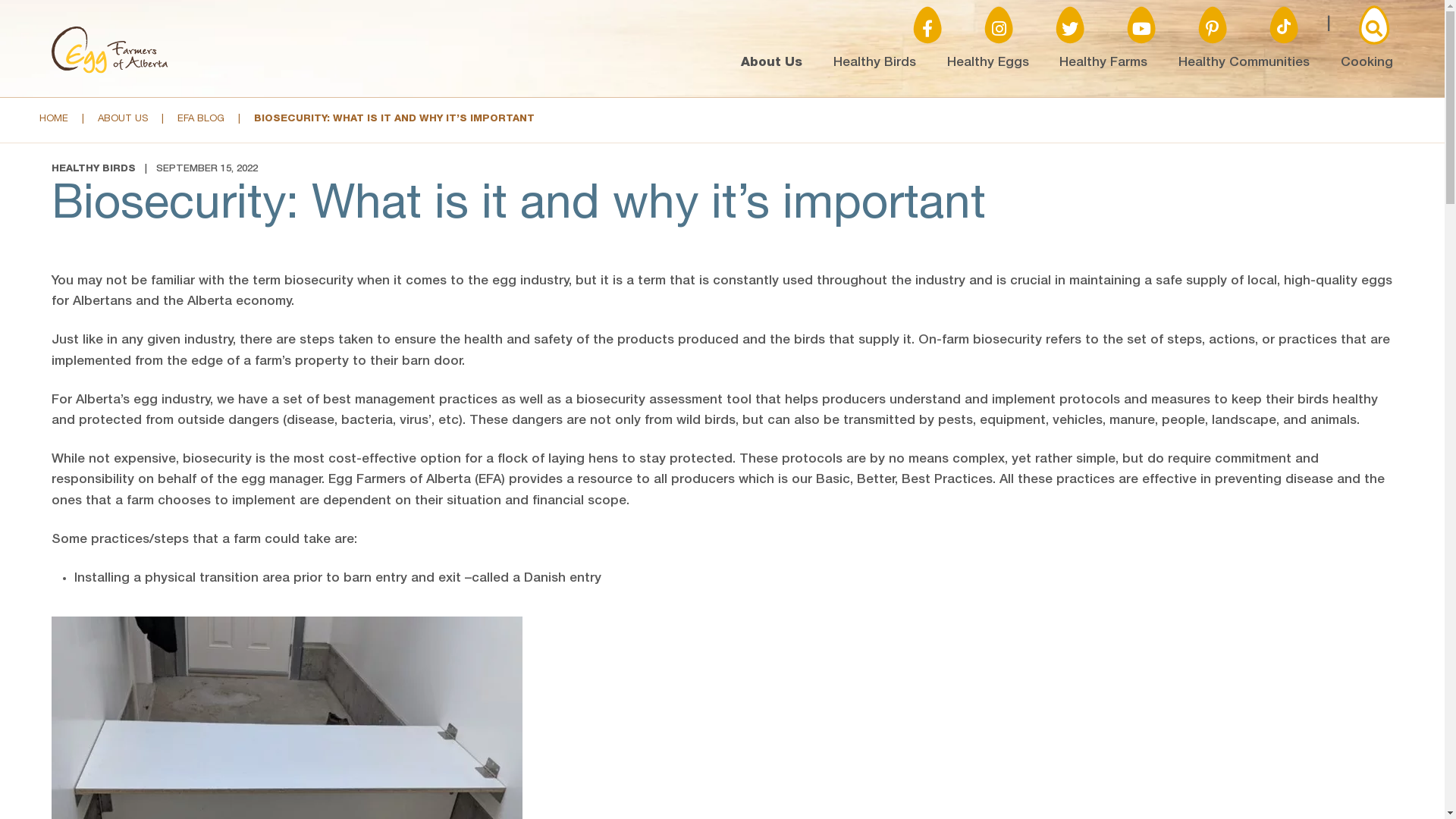  Describe the element at coordinates (199, 118) in the screenshot. I see `'EFA BLOG'` at that location.